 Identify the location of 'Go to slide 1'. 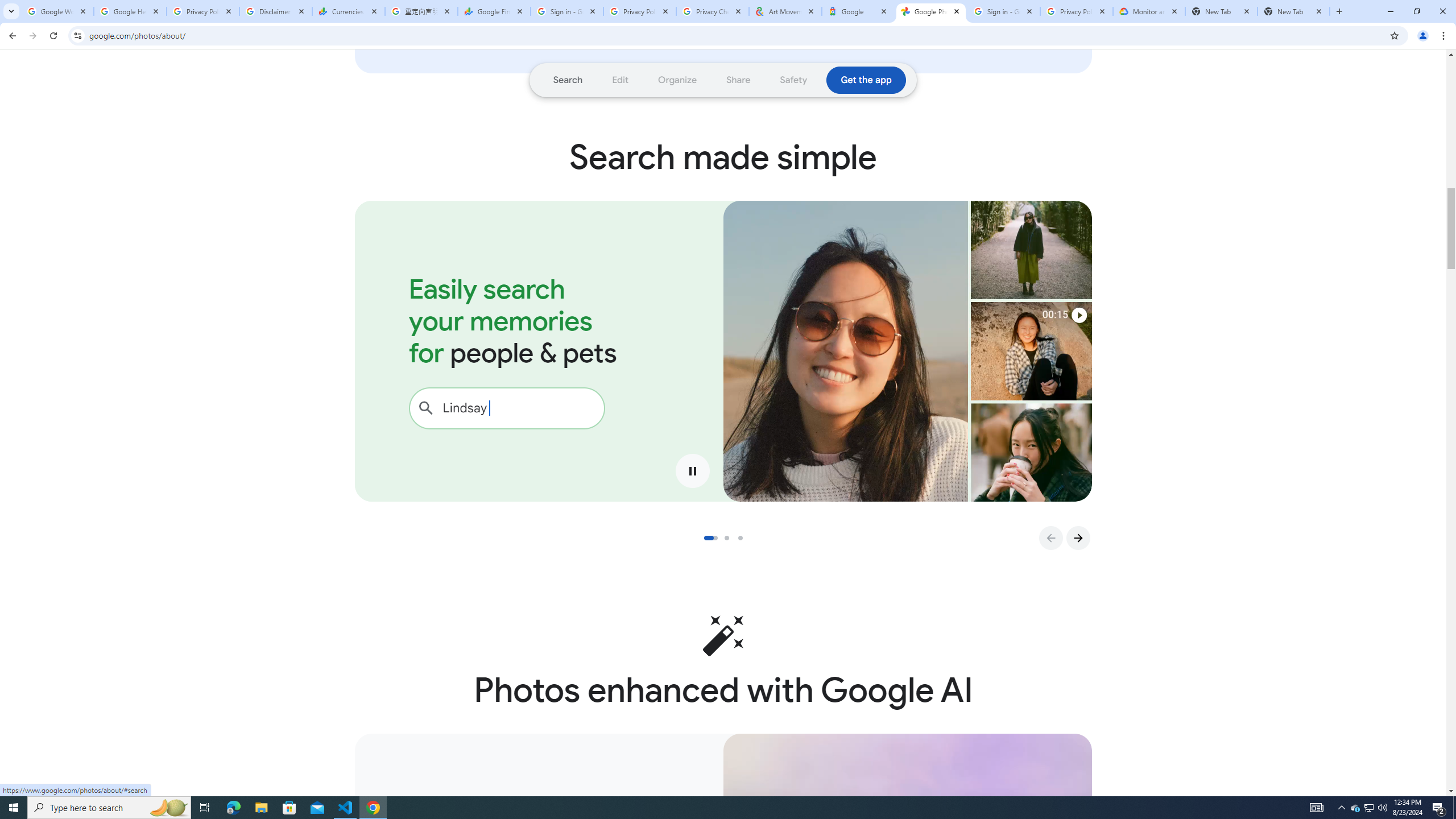
(710, 537).